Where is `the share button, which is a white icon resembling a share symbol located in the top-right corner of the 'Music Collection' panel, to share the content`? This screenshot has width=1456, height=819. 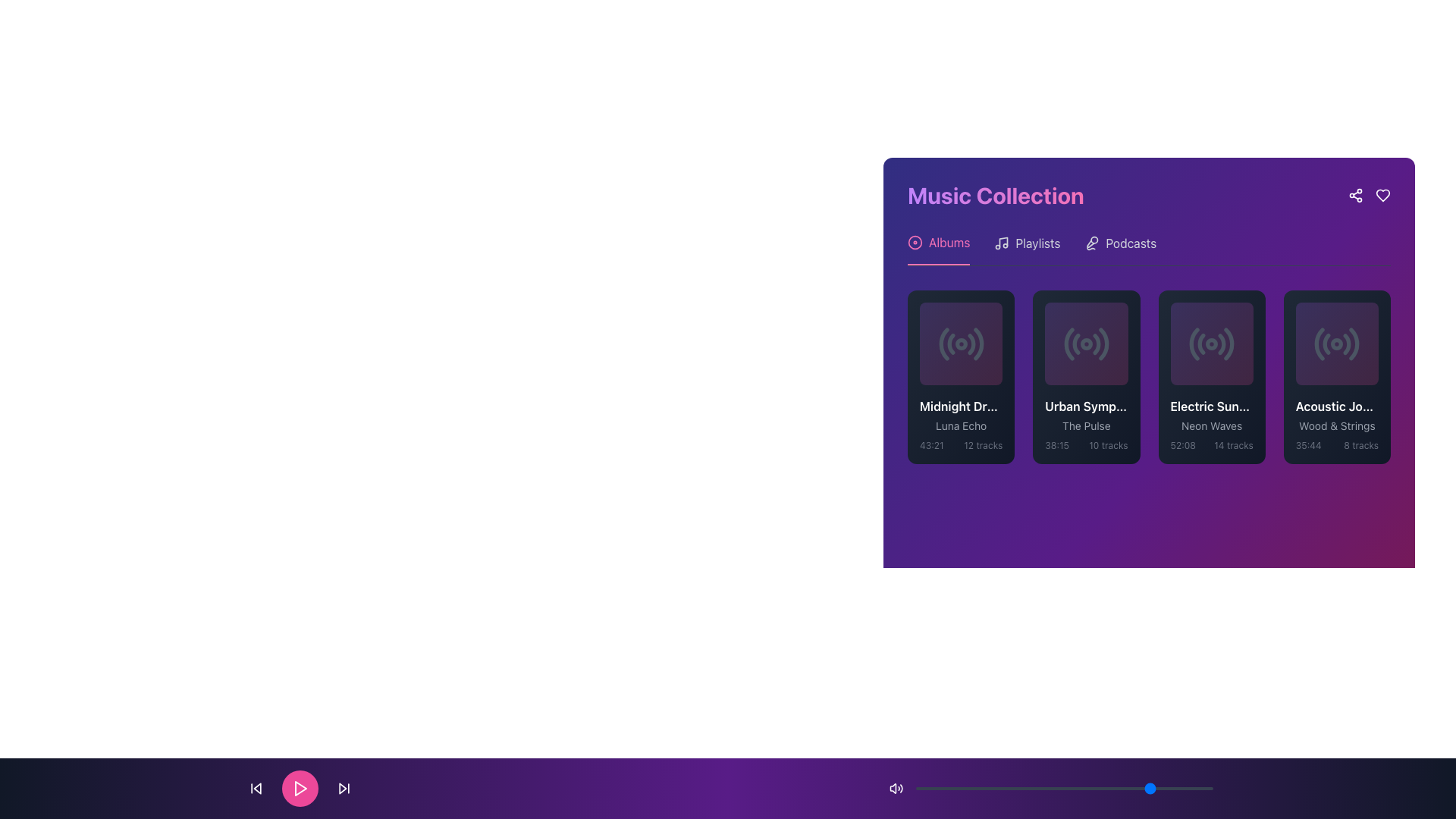
the share button, which is a white icon resembling a share symbol located in the top-right corner of the 'Music Collection' panel, to share the content is located at coordinates (1356, 195).